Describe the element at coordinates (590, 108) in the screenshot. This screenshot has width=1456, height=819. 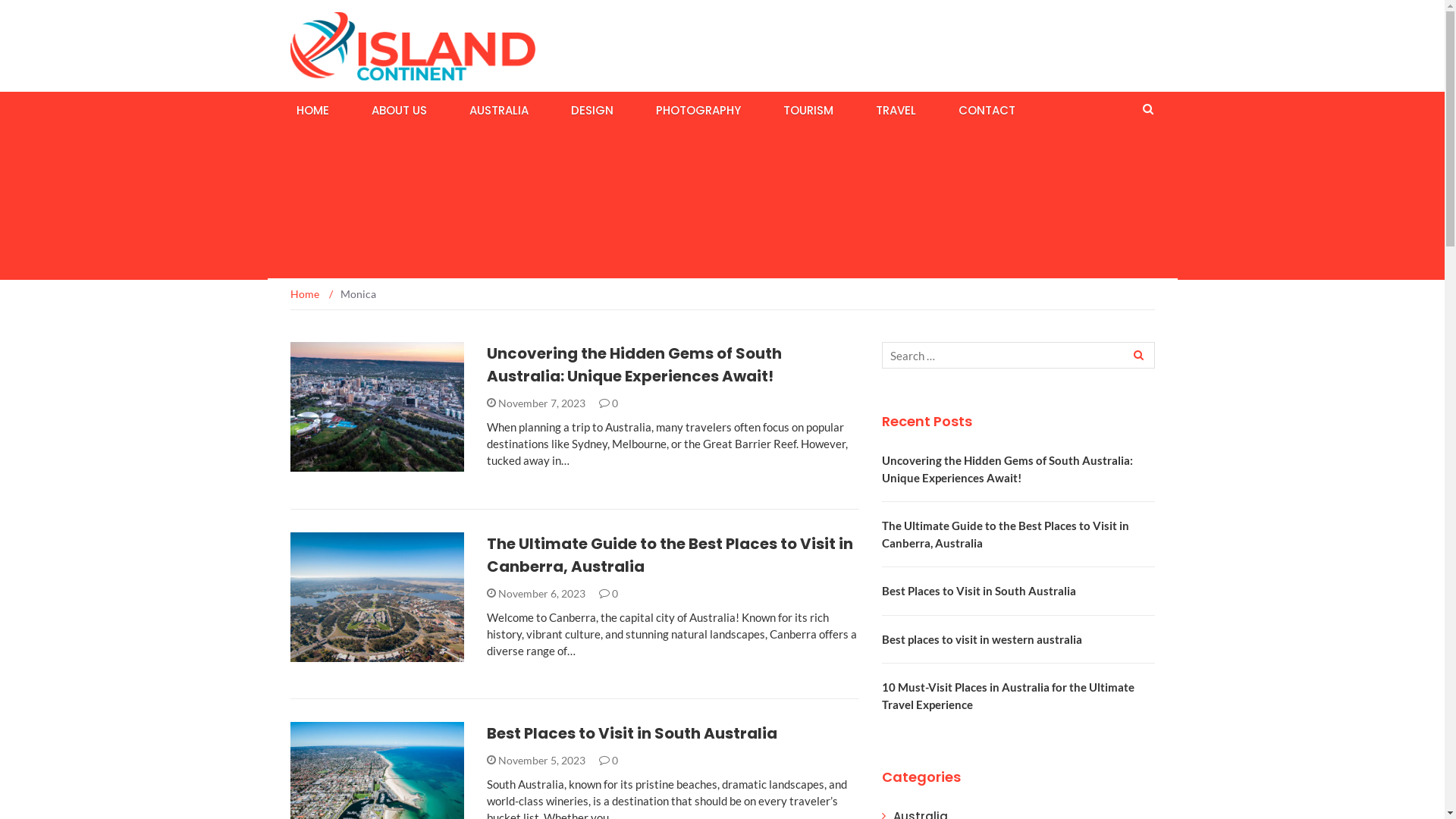
I see `'DESIGN'` at that location.